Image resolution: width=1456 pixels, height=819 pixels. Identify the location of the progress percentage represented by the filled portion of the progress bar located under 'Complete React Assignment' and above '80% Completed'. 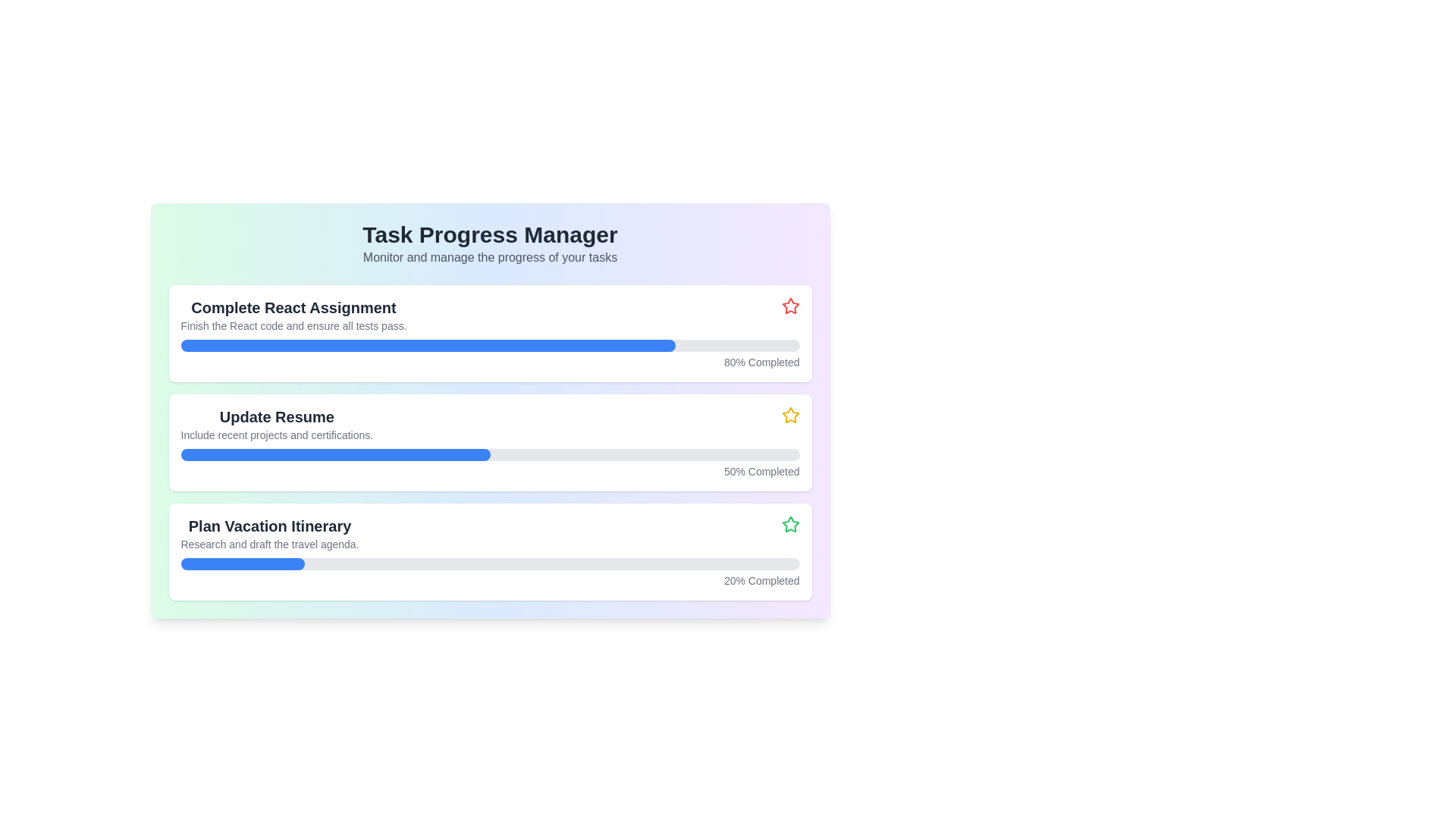
(427, 345).